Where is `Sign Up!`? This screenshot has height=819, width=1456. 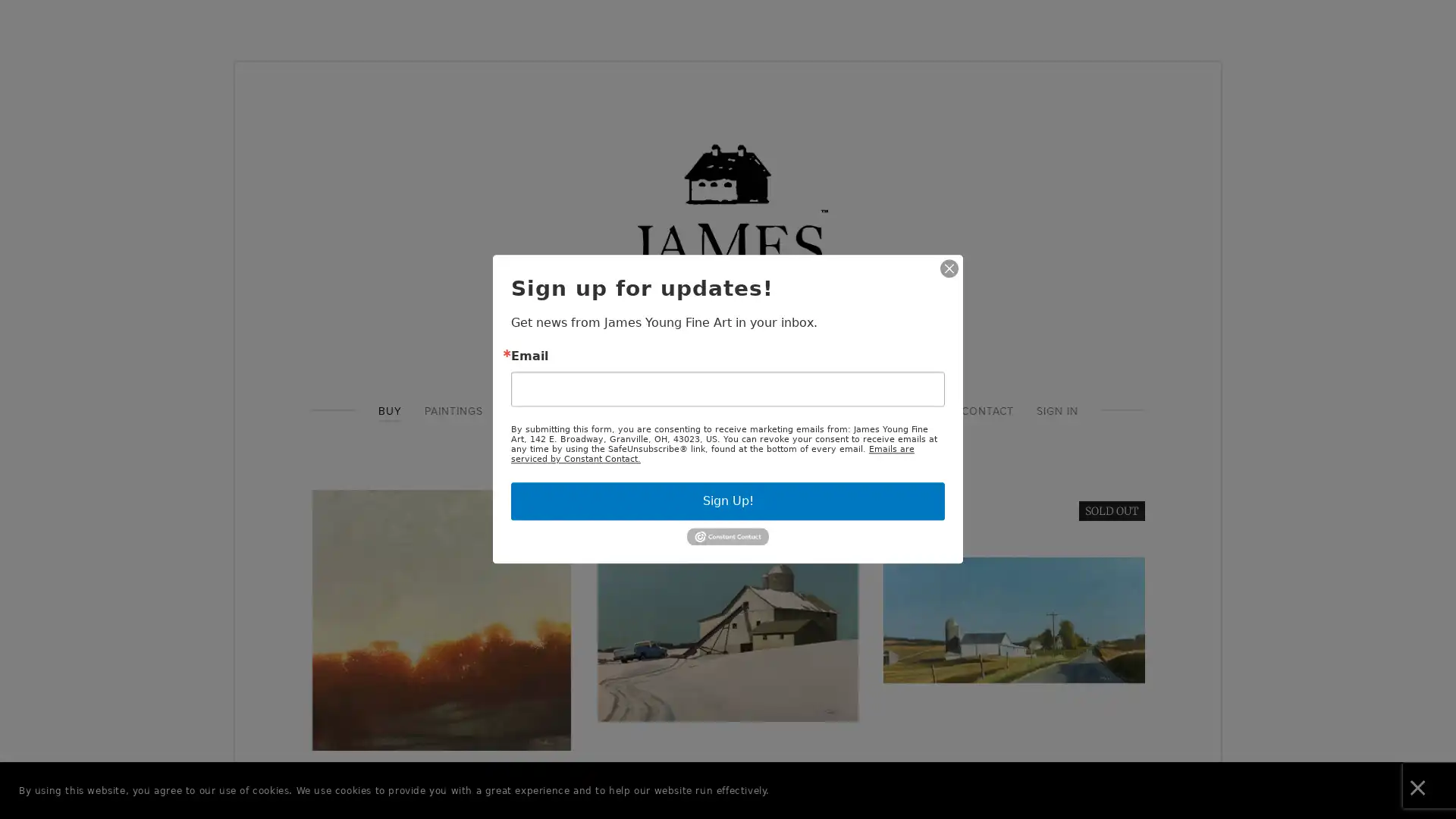
Sign Up! is located at coordinates (728, 500).